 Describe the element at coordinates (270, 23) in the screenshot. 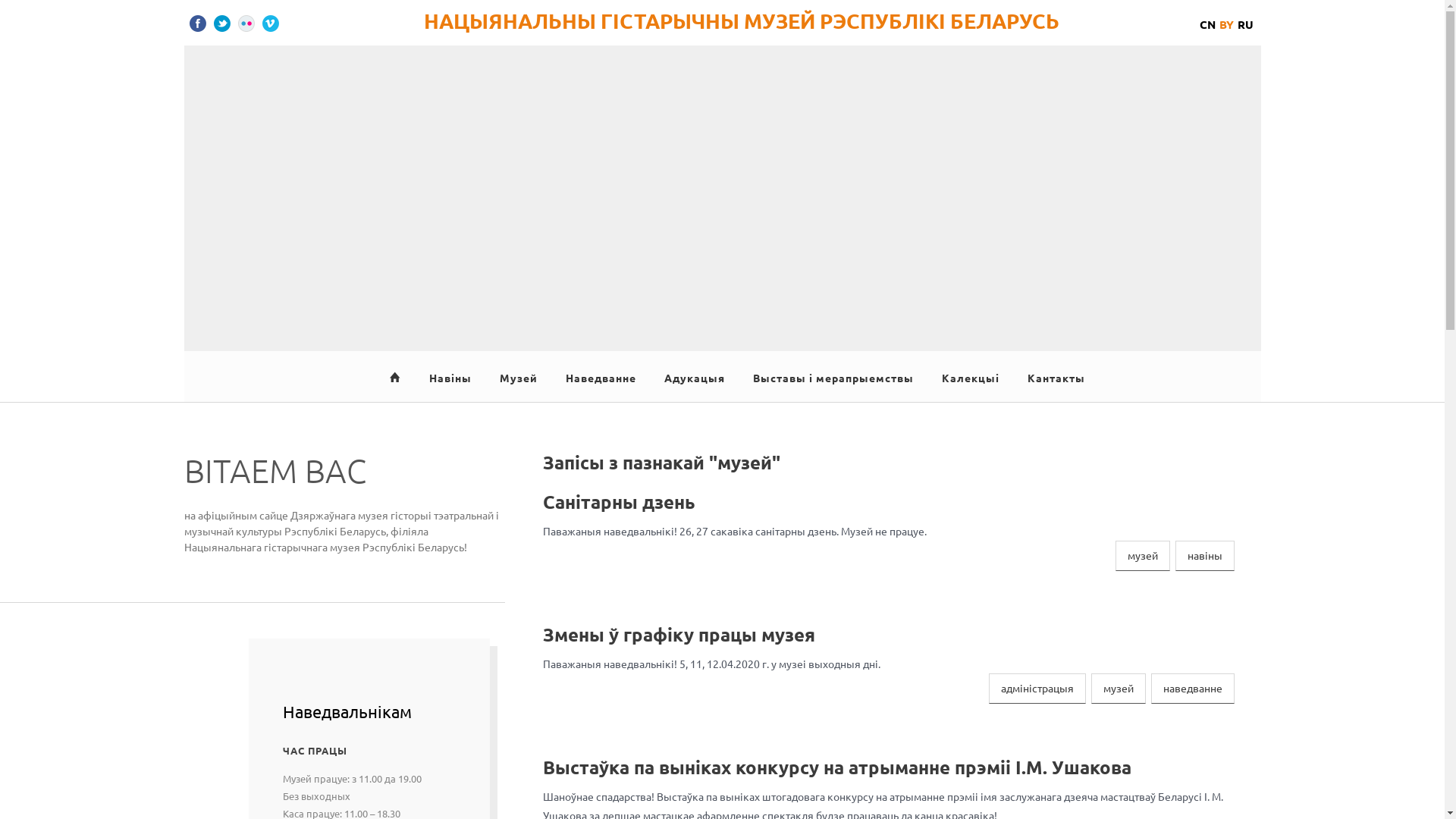

I see `'Vimeo'` at that location.